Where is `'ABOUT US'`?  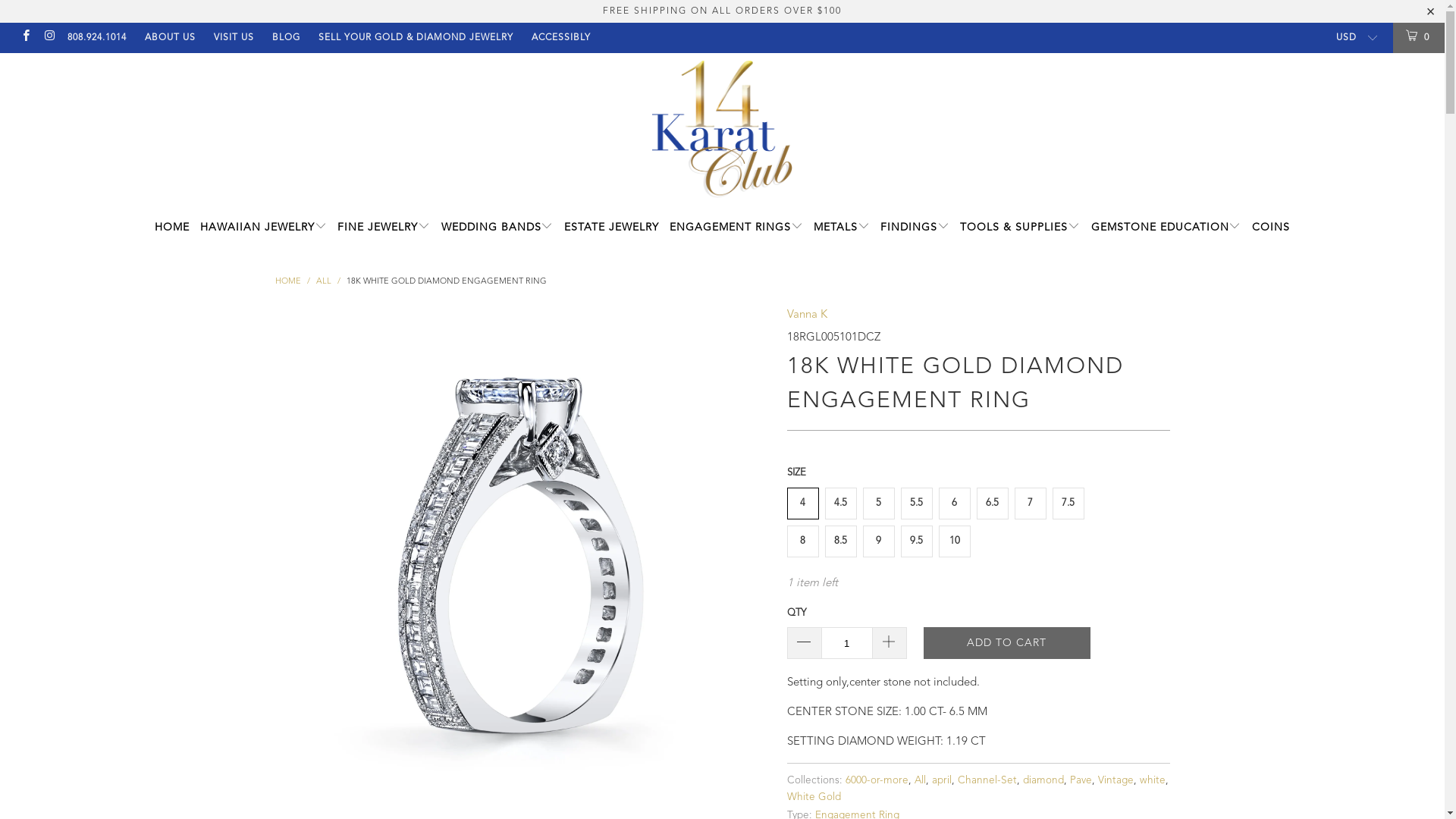 'ABOUT US' is located at coordinates (144, 37).